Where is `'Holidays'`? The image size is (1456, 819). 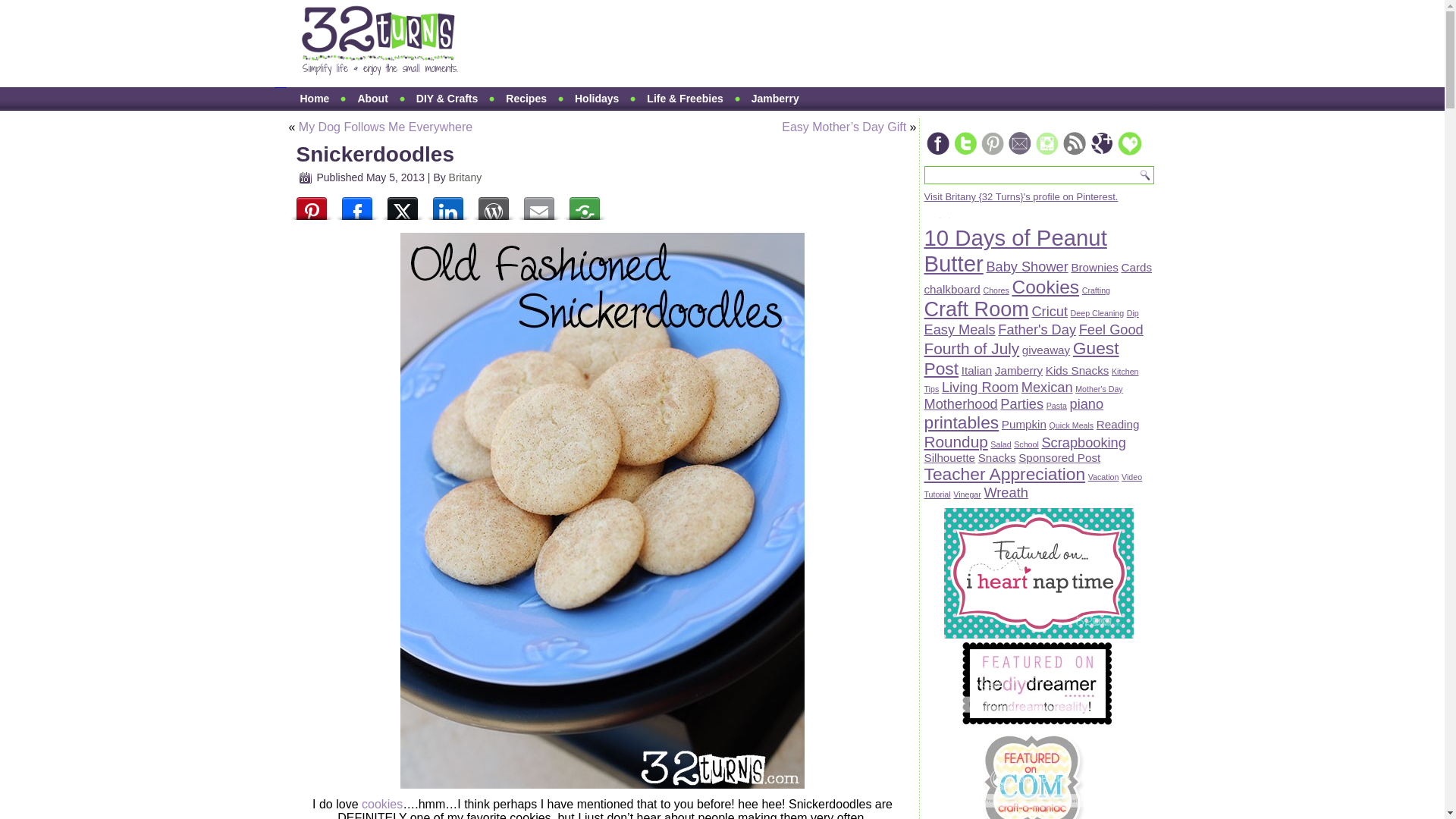
'Holidays' is located at coordinates (596, 99).